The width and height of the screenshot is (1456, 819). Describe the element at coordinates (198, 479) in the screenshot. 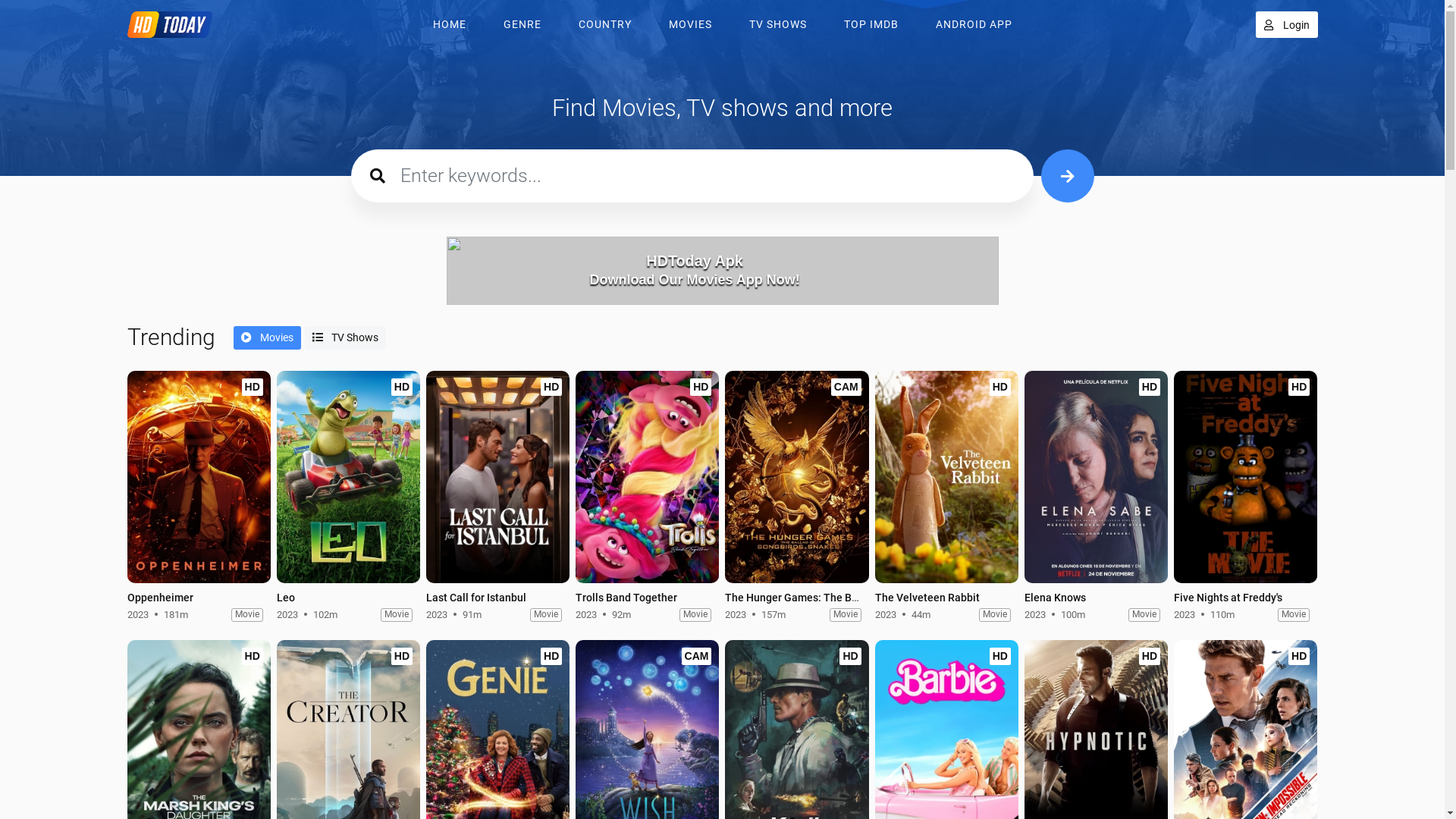

I see `'Oppenheimer'` at that location.